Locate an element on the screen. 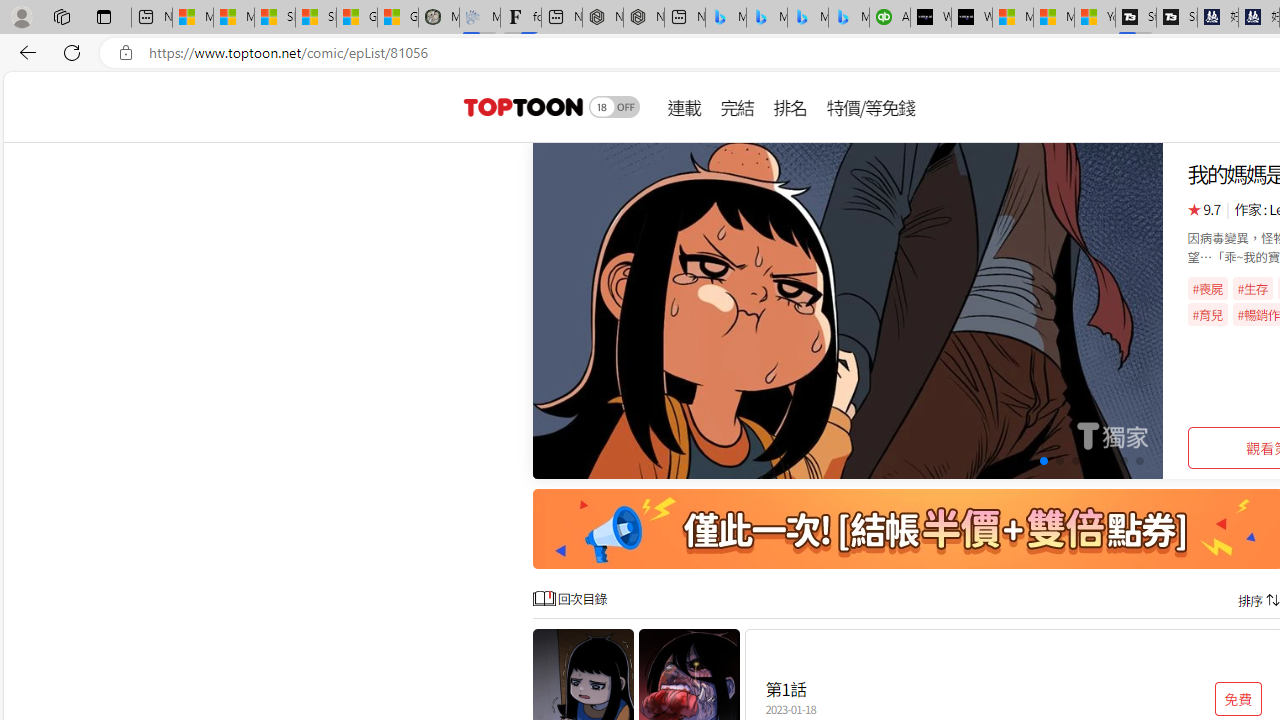  'Streaming Coverage | T3' is located at coordinates (1136, 17).